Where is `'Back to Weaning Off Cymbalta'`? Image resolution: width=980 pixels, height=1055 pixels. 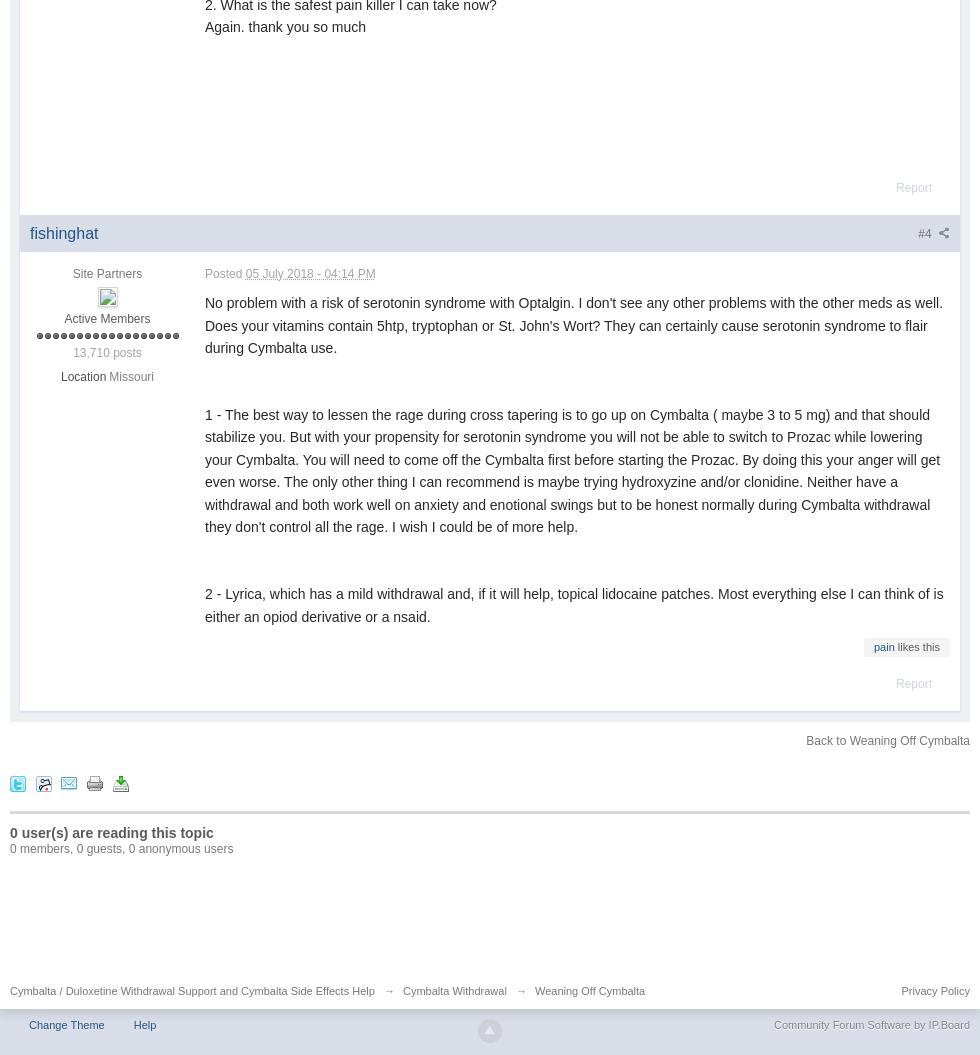
'Back to Weaning Off Cymbalta' is located at coordinates (887, 739).